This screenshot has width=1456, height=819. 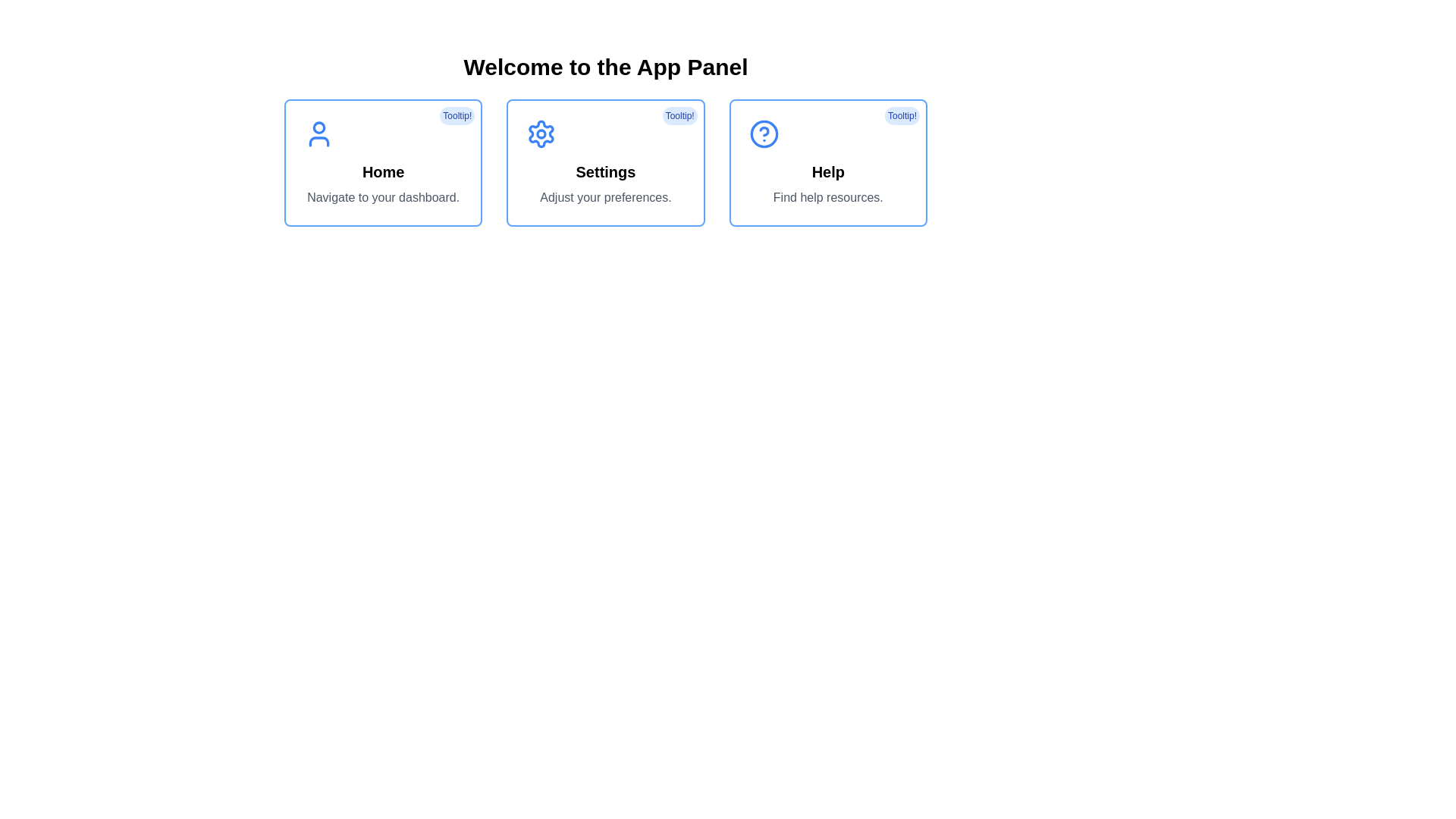 I want to click on supplementary descriptive text label located at the bottom of the 'Help' card, positioned directly below the larger text 'Help', so click(x=827, y=197).